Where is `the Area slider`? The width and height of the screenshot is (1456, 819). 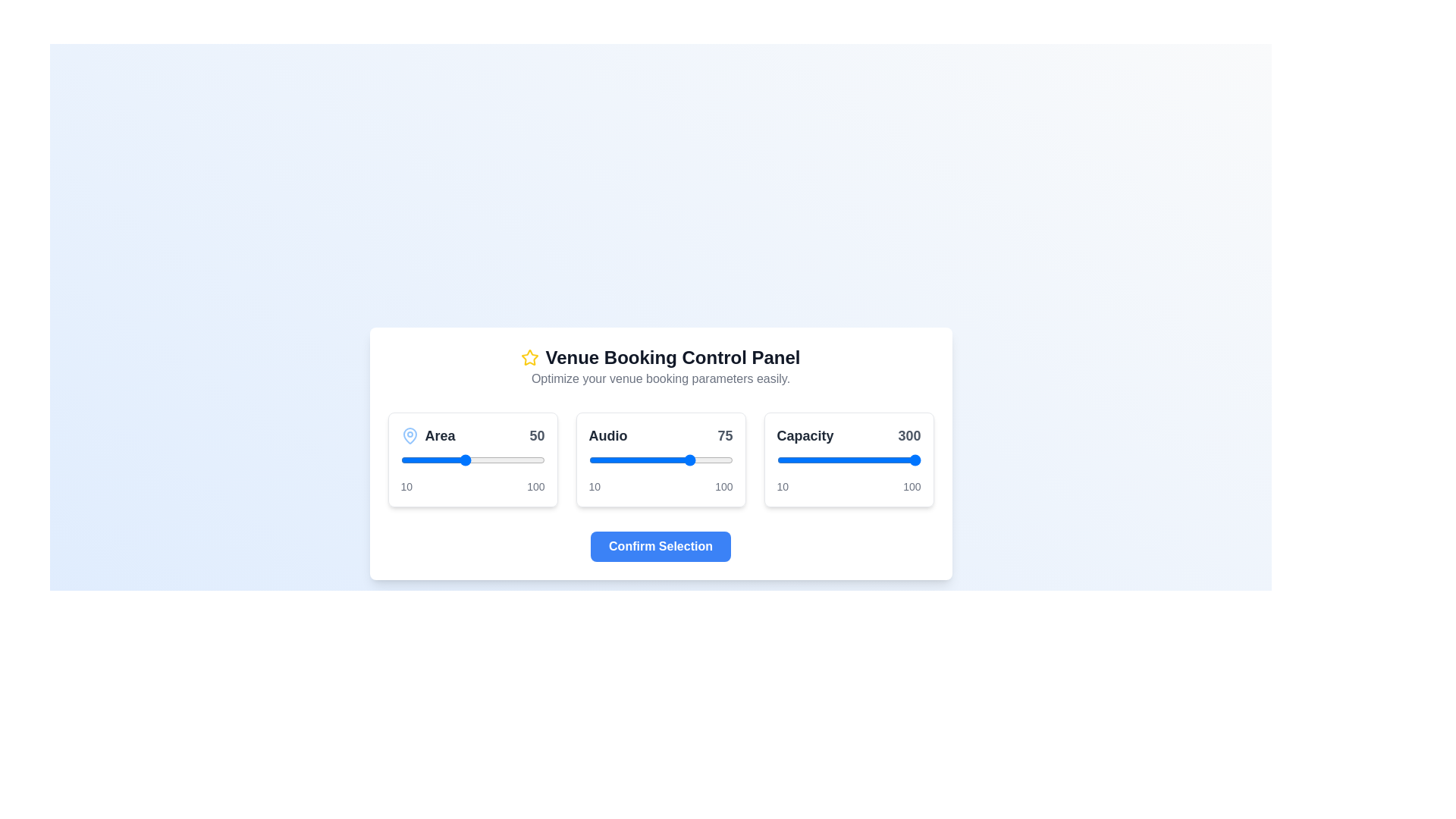
the Area slider is located at coordinates (485, 459).